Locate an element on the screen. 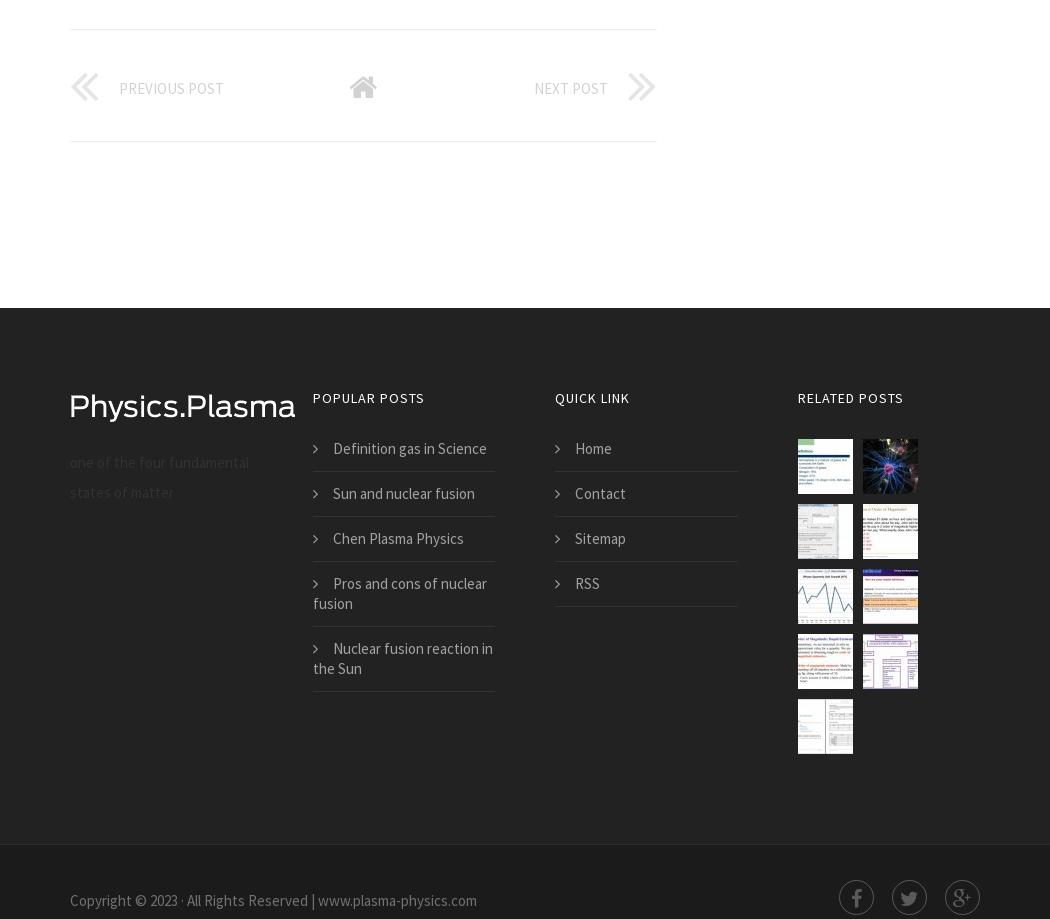  'Sitemap' is located at coordinates (600, 537).